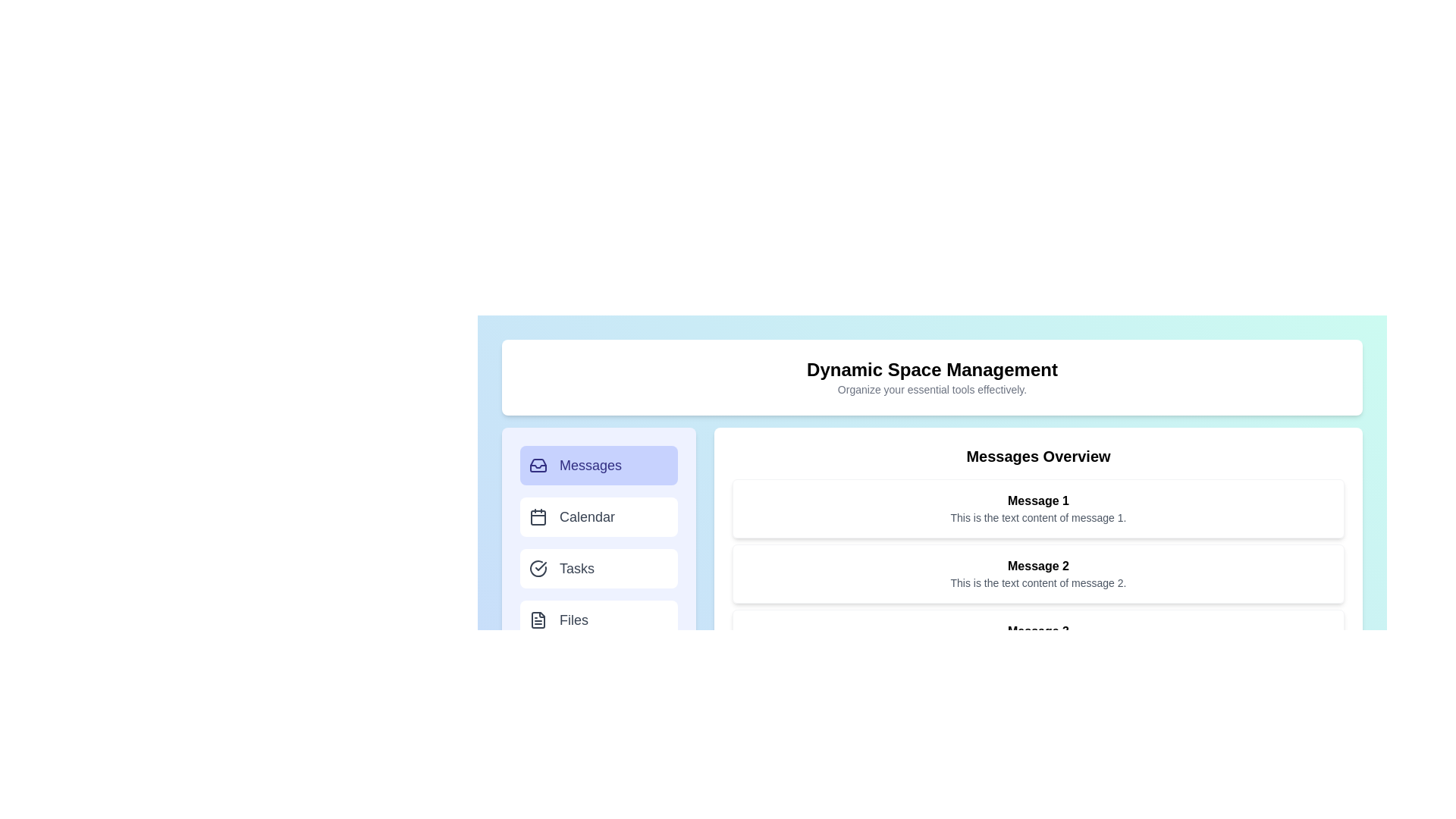 The height and width of the screenshot is (819, 1456). I want to click on text displayed in the small, gray font that says 'This is the text content of message 1.' located below the header 'Message 1' within the first card of the 'Messages Overview' section, so click(1037, 516).